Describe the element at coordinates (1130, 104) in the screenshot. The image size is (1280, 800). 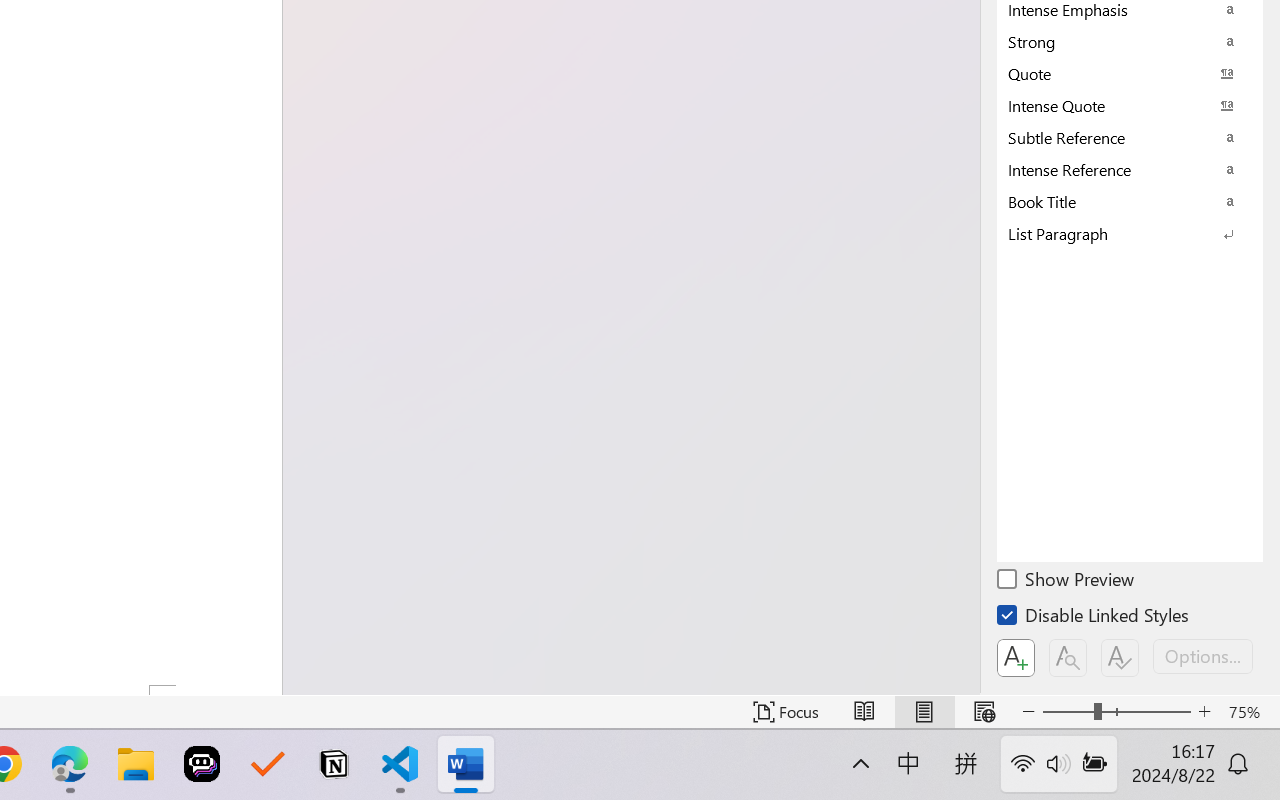
I see `'Intense Quote'` at that location.